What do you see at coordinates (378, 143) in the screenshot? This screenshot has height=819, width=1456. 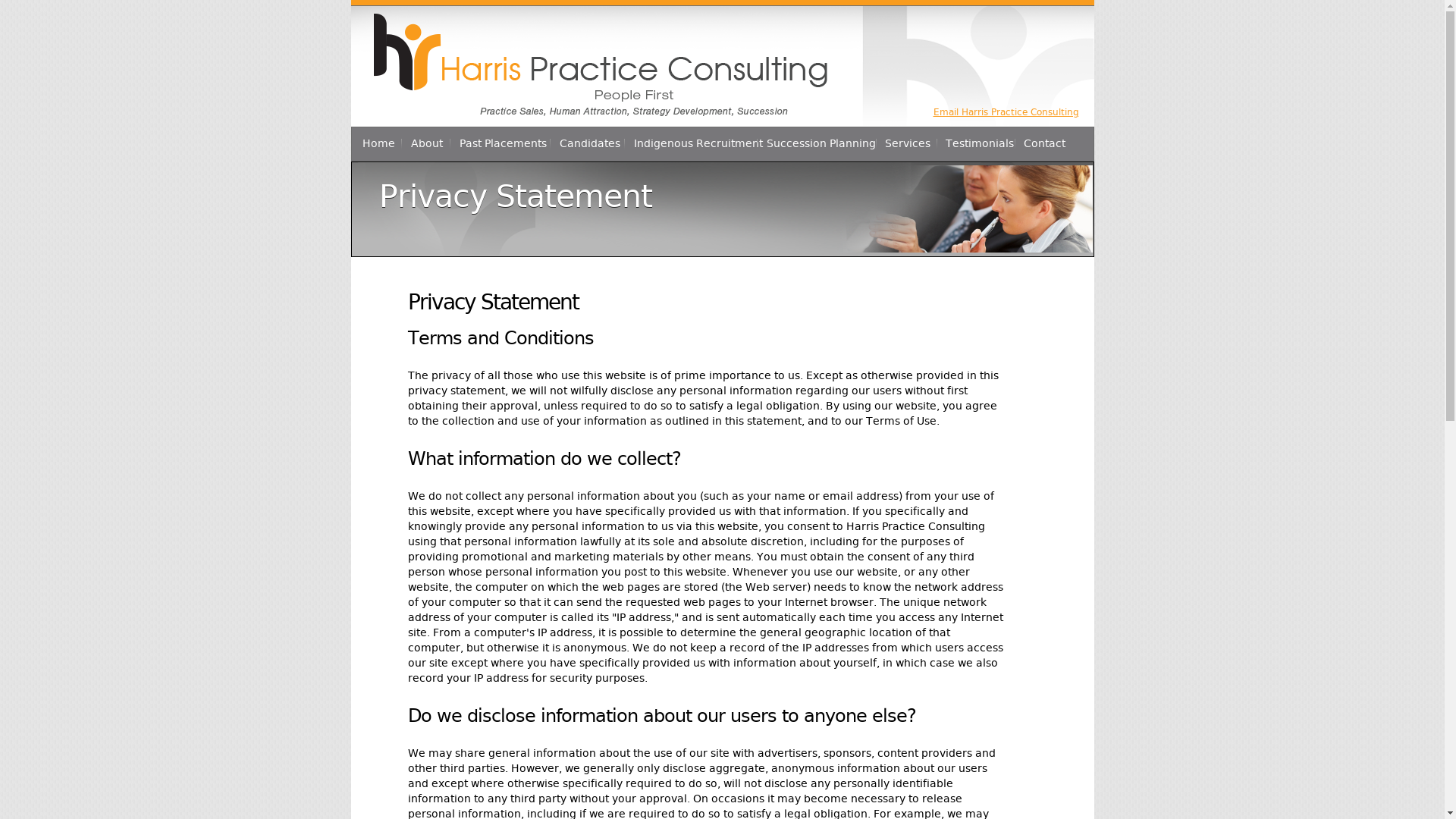 I see `'Home'` at bounding box center [378, 143].